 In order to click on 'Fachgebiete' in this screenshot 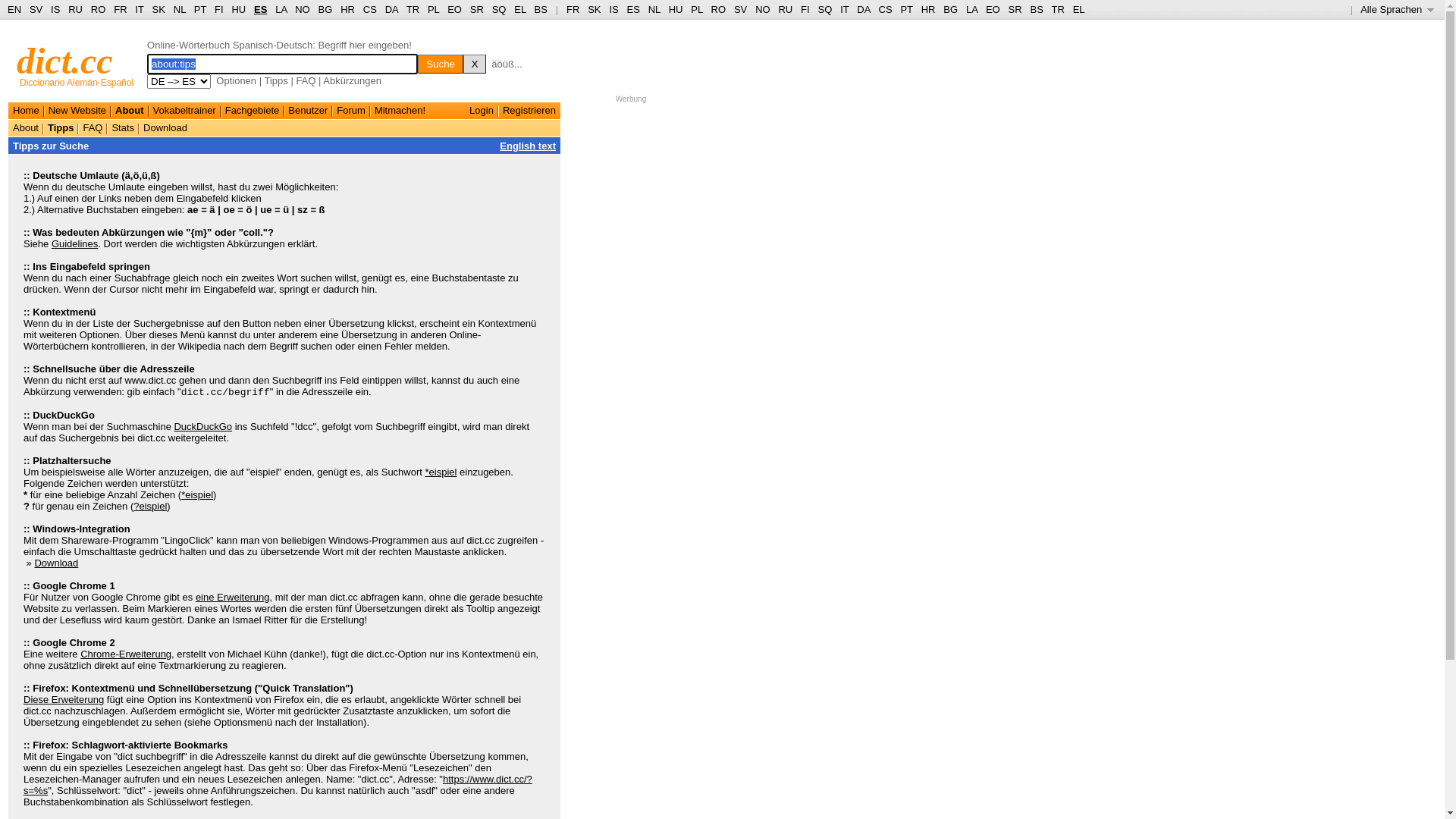, I will do `click(252, 109)`.